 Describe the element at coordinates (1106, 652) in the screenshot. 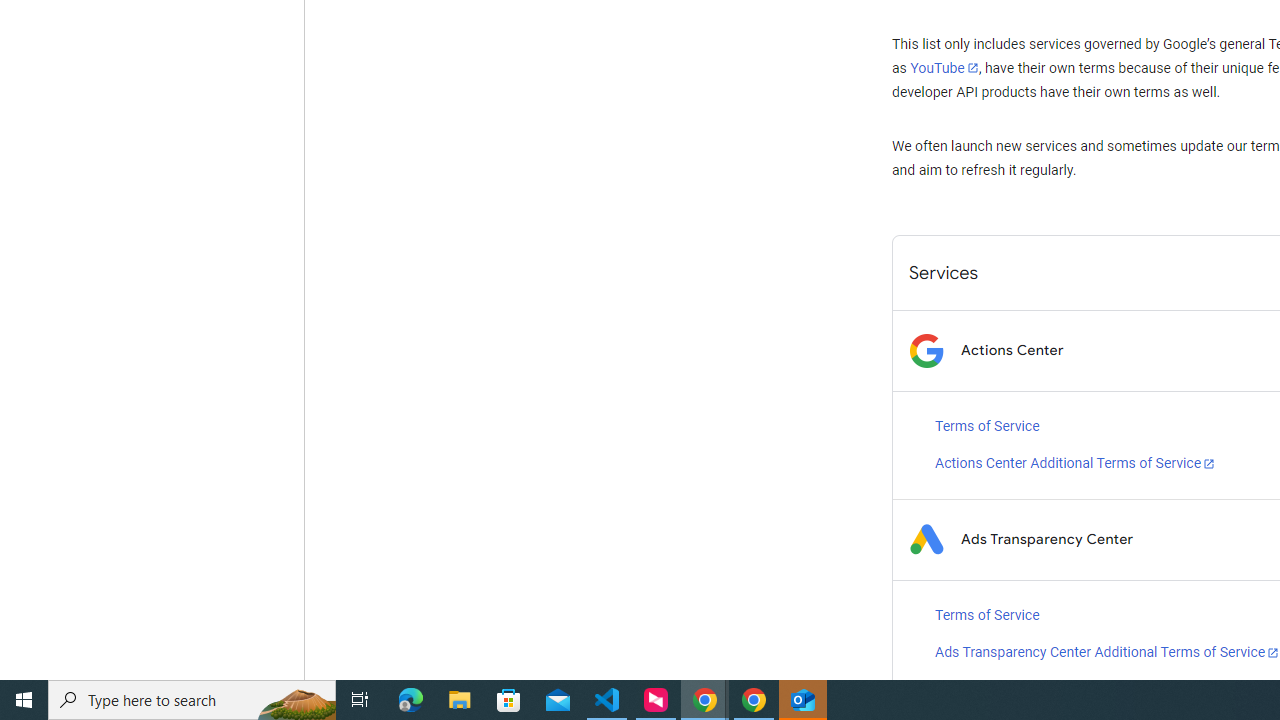

I see `'Ads Transparency Center Additional Terms of Service'` at that location.